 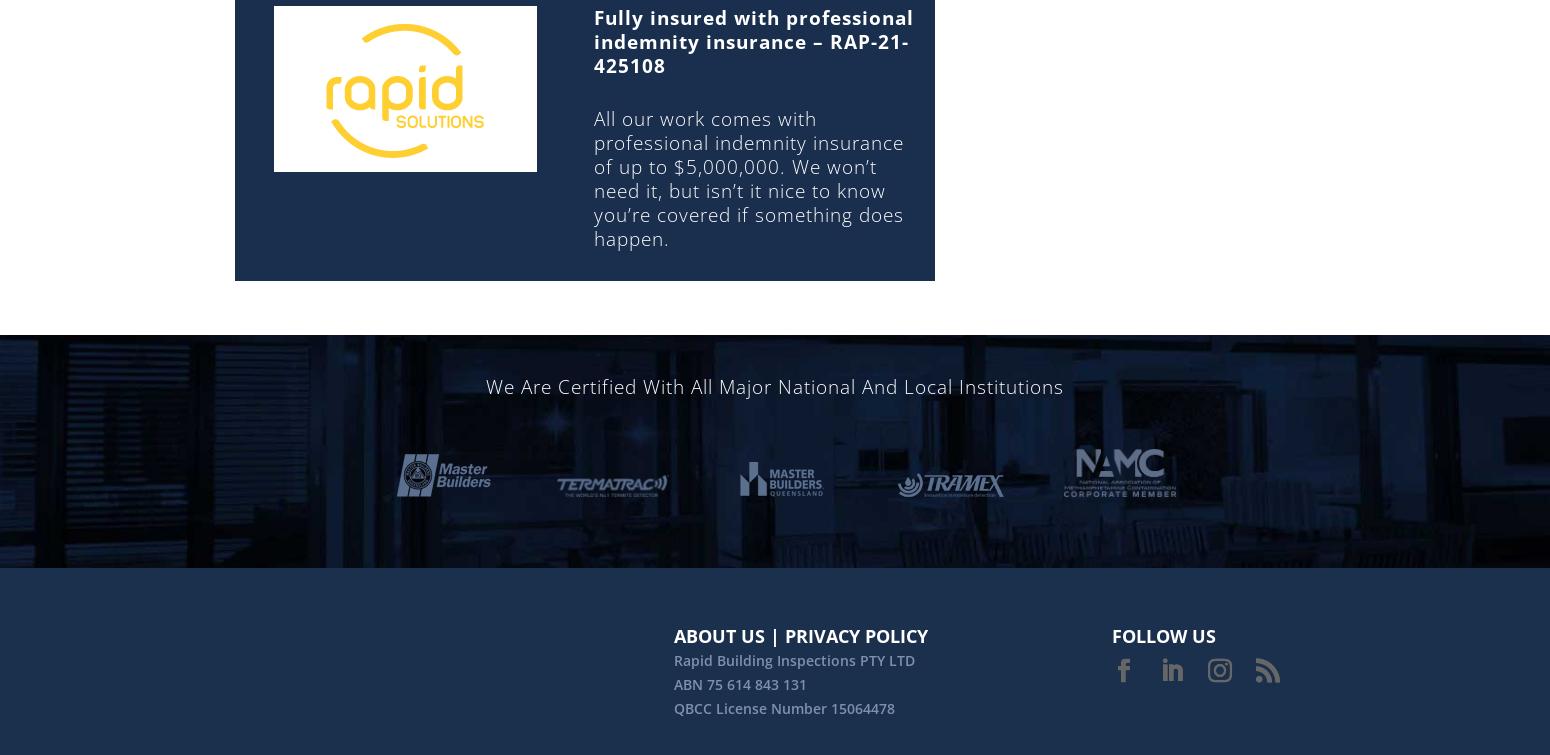 What do you see at coordinates (593, 40) in the screenshot?
I see `'Fully insured with professional indemnity insurance – RAP-21-425108'` at bounding box center [593, 40].